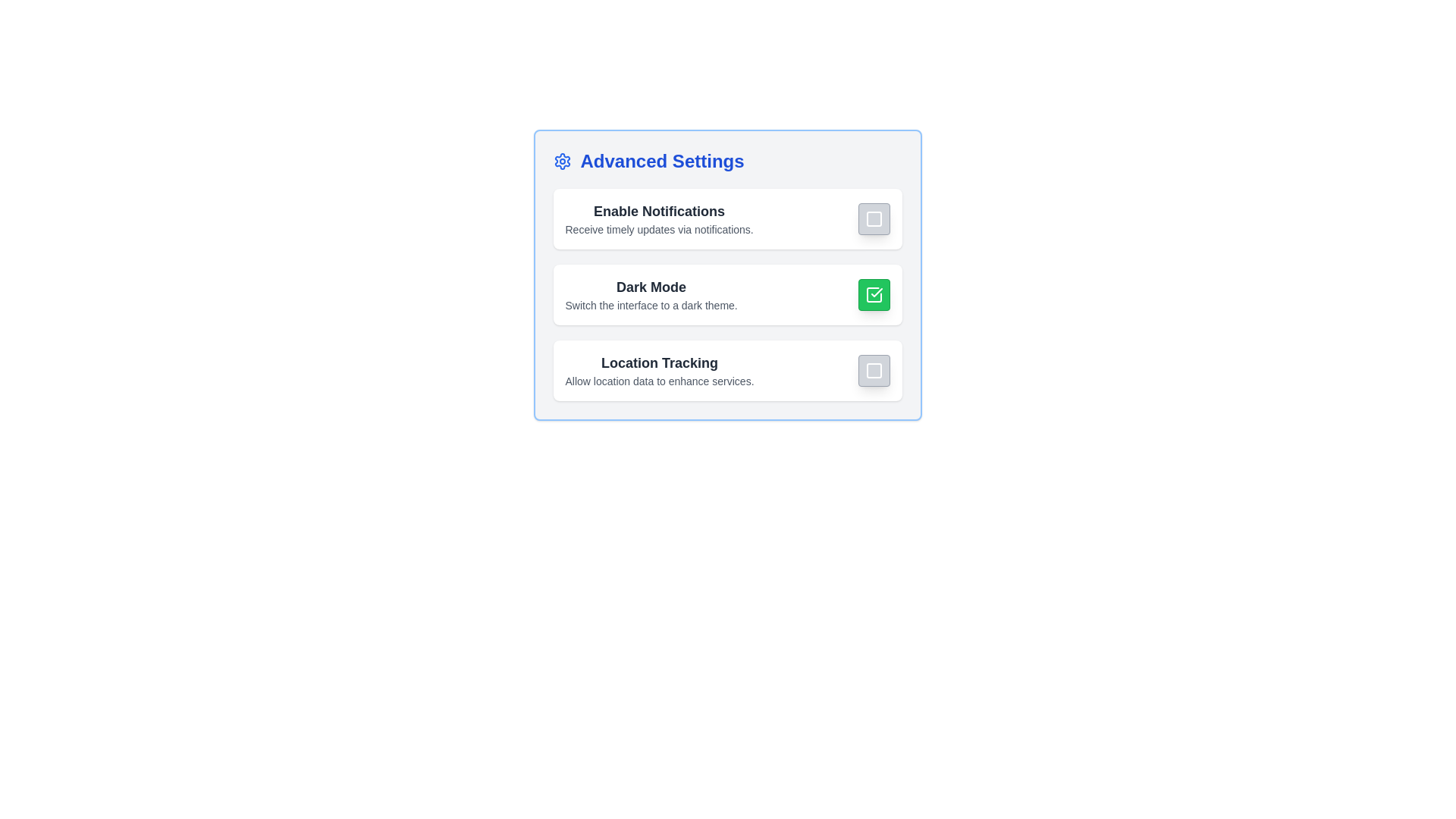 The height and width of the screenshot is (819, 1456). I want to click on the icon located at the top-left corner of the 'Advanced Settings' section, so click(561, 161).